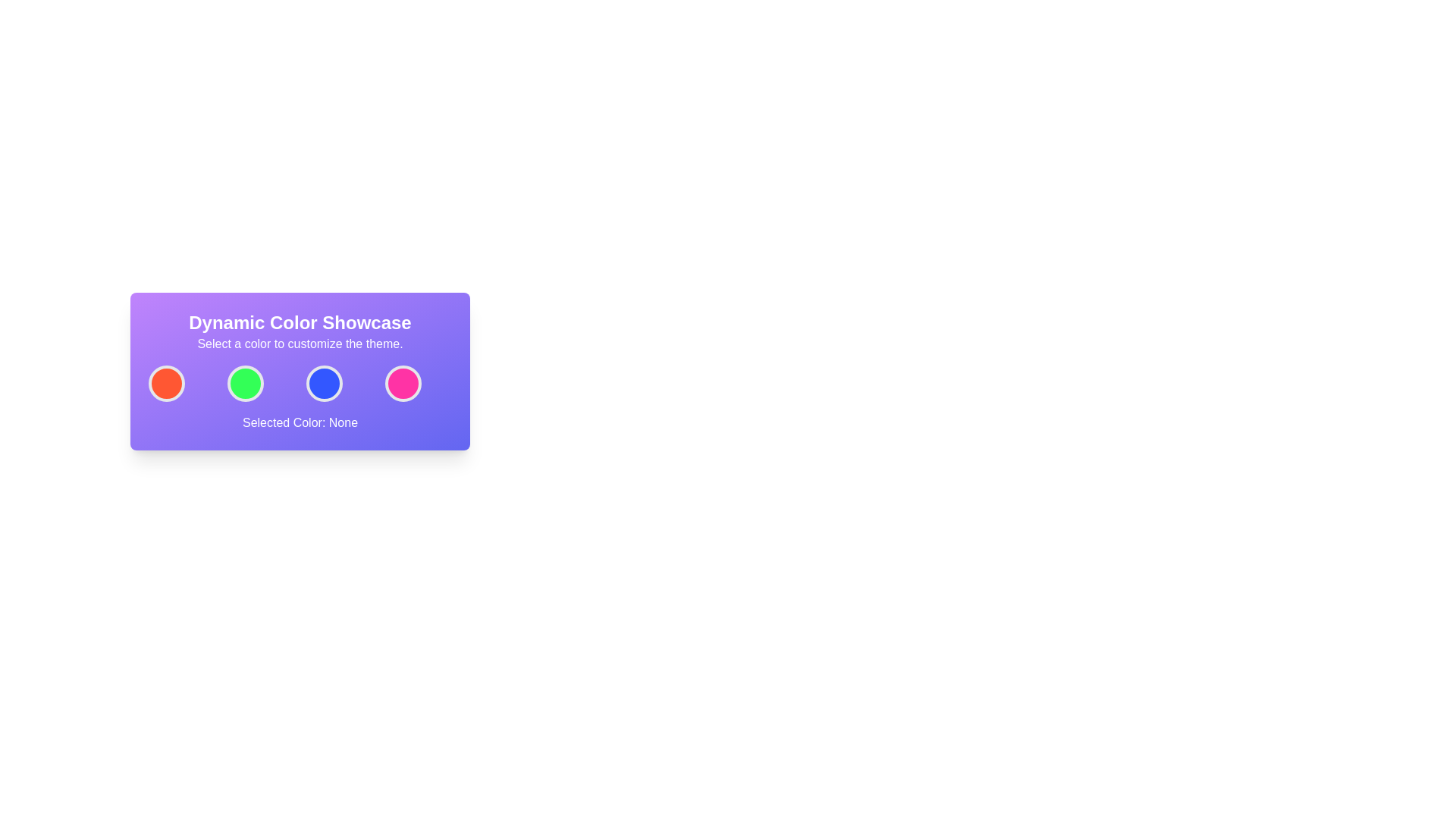 This screenshot has height=819, width=1456. What do you see at coordinates (323, 382) in the screenshot?
I see `the circular blue button with a white outline, which is the third button from the left in a row of four buttons on a purple background card labeled 'Dynamic Color Showcase'` at bounding box center [323, 382].